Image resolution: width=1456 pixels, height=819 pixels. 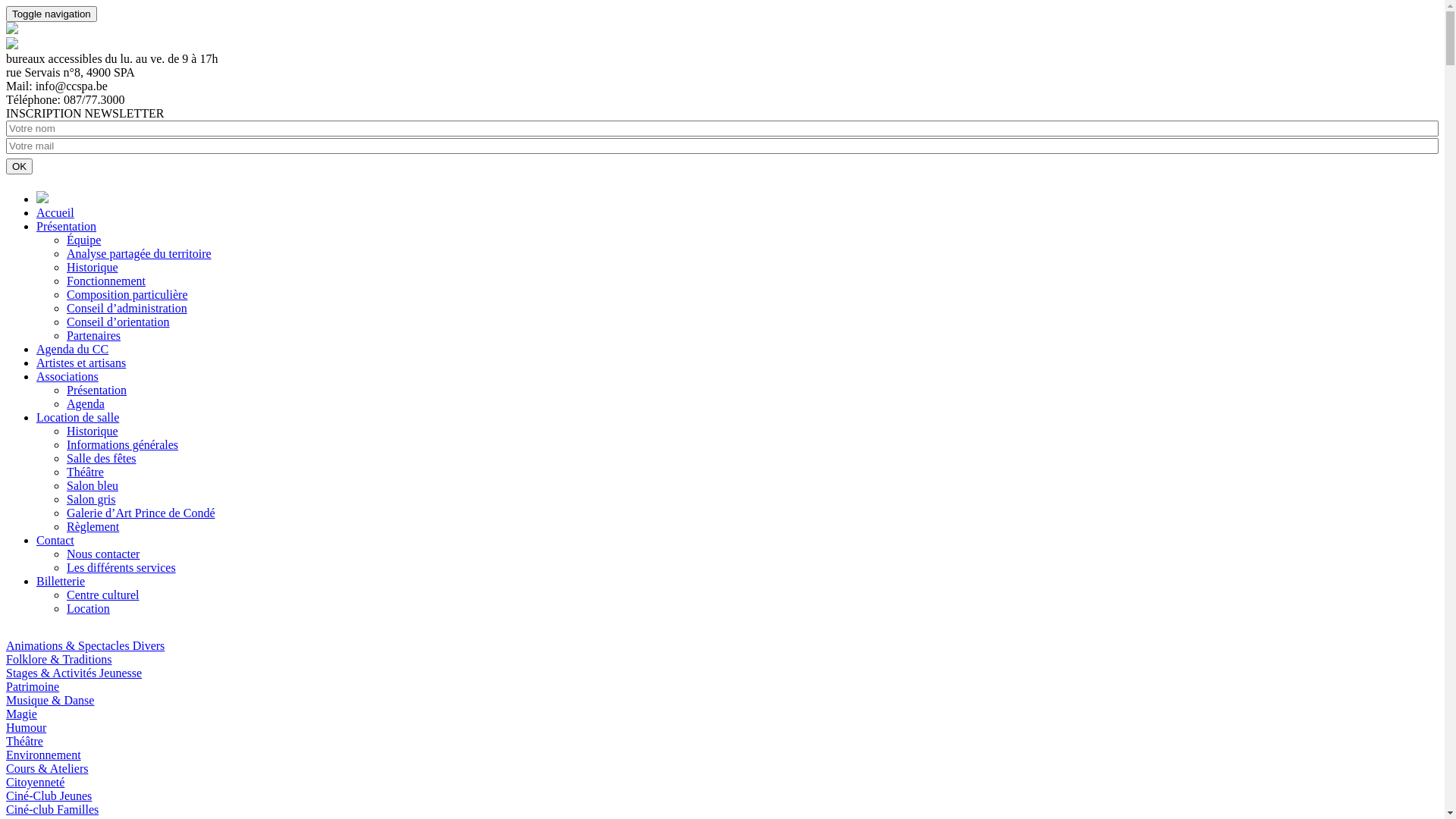 What do you see at coordinates (55, 539) in the screenshot?
I see `'Contact'` at bounding box center [55, 539].